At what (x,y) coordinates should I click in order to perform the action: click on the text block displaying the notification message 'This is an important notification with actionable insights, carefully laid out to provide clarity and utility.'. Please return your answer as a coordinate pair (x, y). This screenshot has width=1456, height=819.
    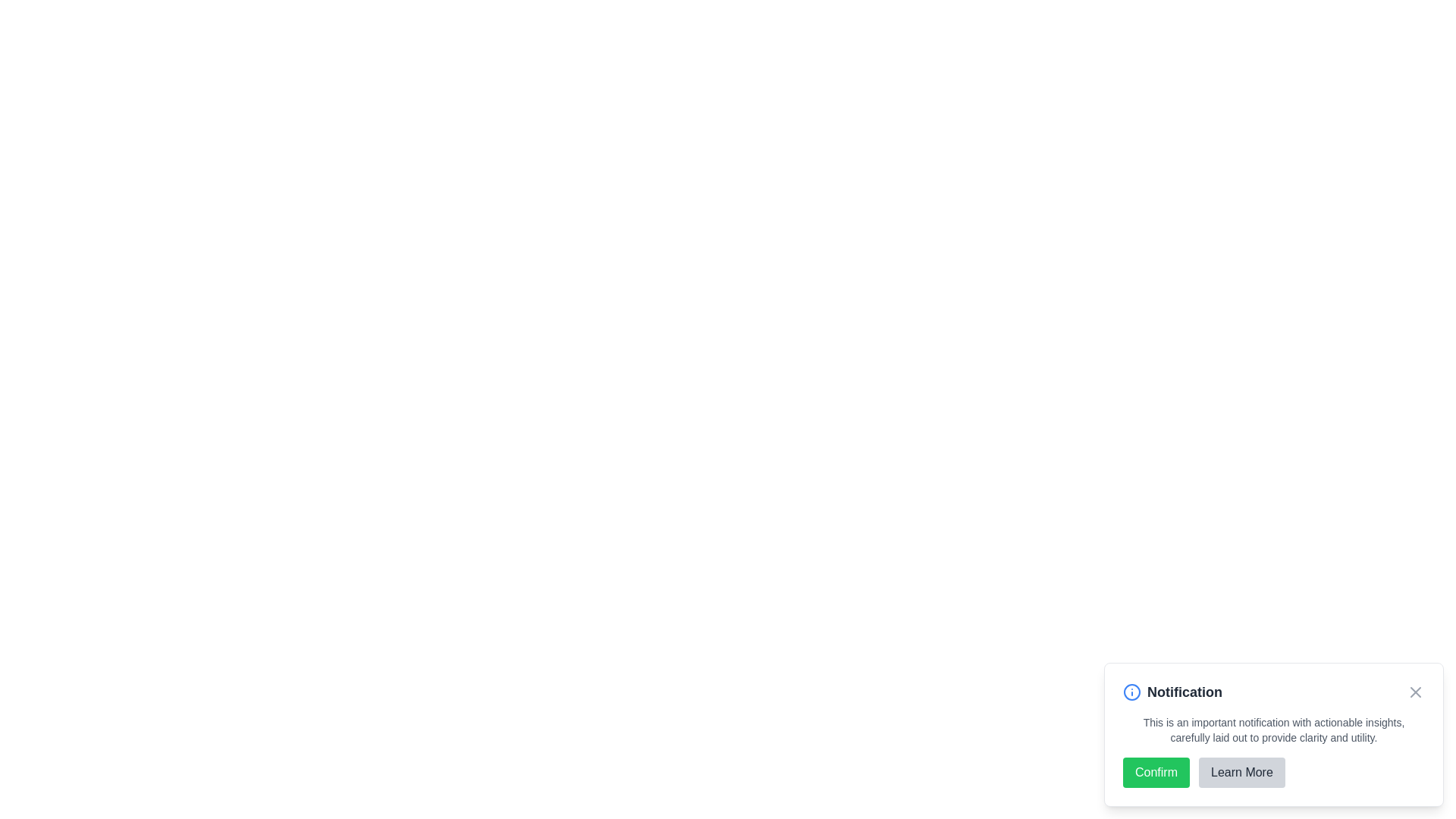
    Looking at the image, I should click on (1274, 730).